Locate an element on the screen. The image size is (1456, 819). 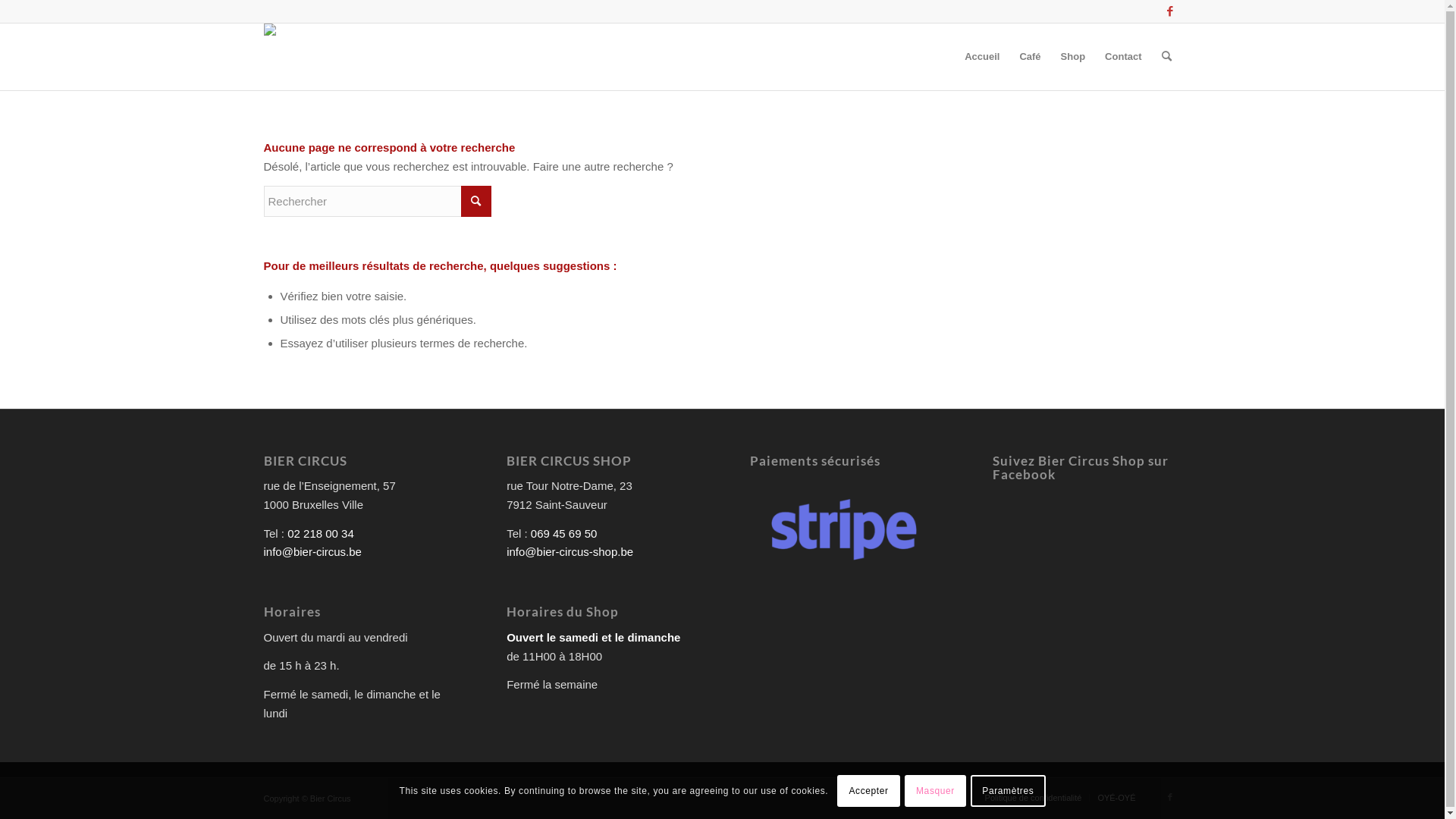
'Facebook' is located at coordinates (1169, 795).